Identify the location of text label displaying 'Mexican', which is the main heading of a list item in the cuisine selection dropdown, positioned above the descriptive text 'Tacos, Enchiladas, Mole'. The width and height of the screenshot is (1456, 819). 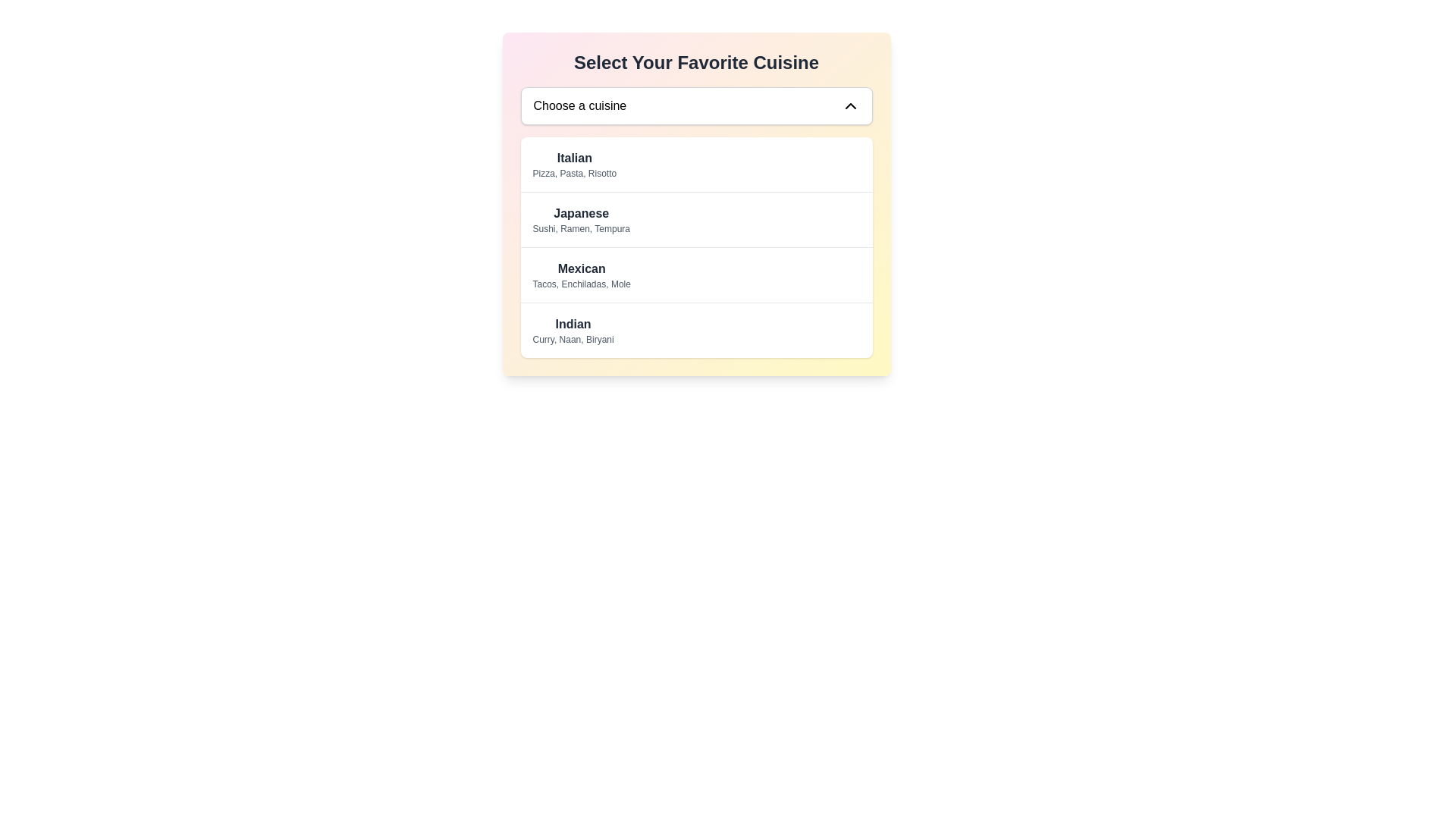
(581, 268).